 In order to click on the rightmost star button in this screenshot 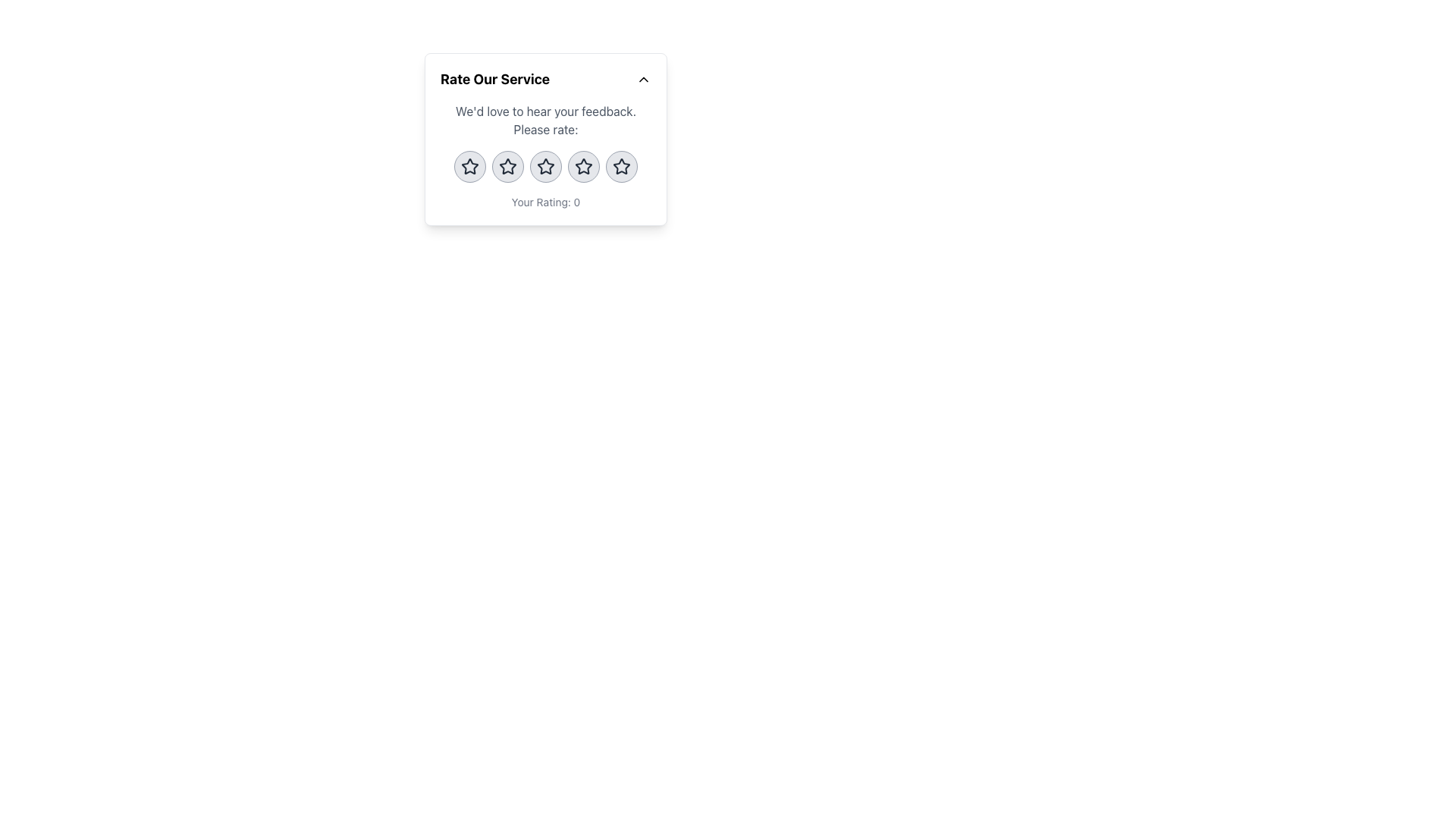, I will do `click(622, 166)`.